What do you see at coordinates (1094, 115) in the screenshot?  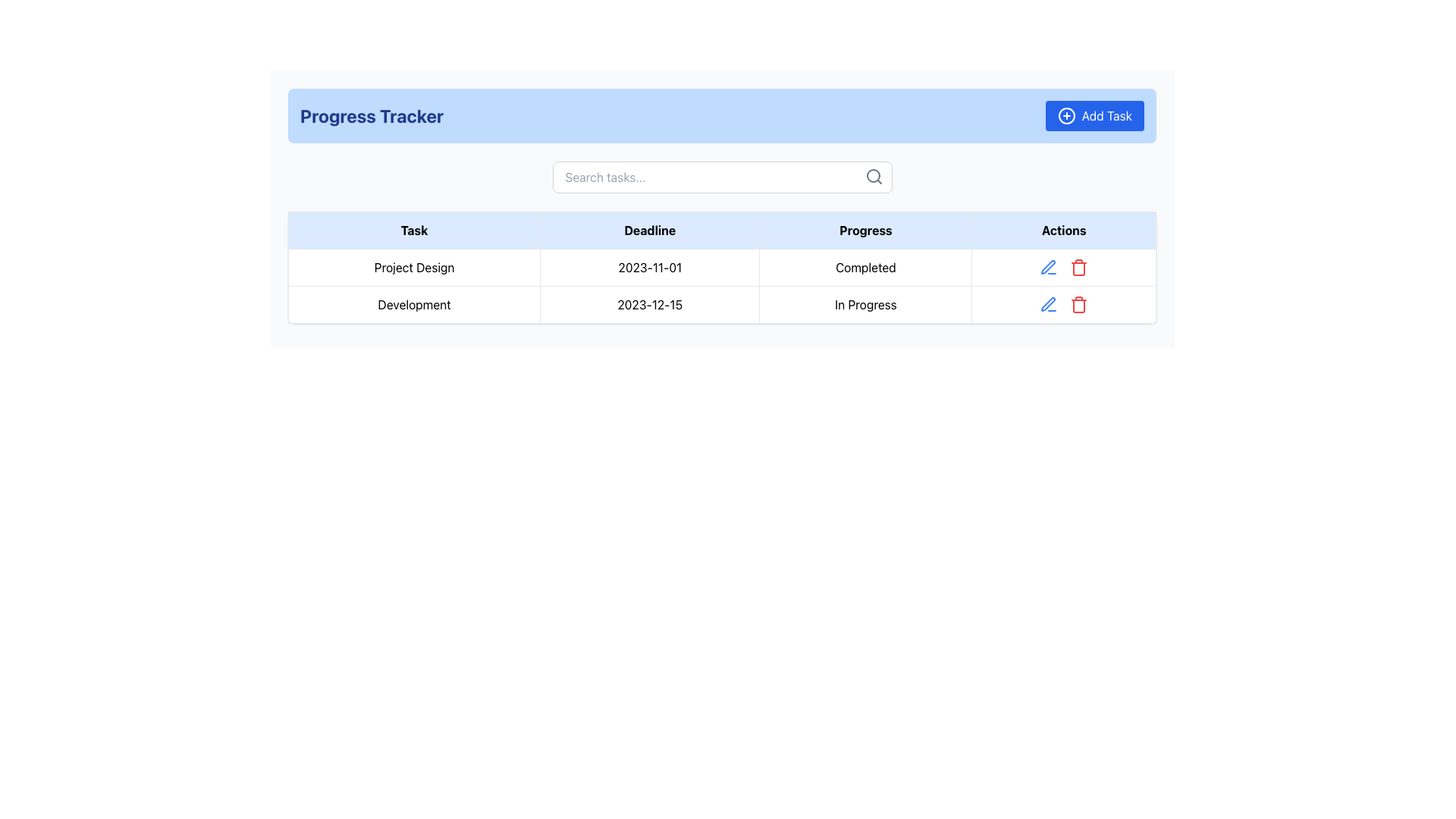 I see `the 'Add Task' button located in the top-right corner of the 'Progress Tracker' section` at bounding box center [1094, 115].